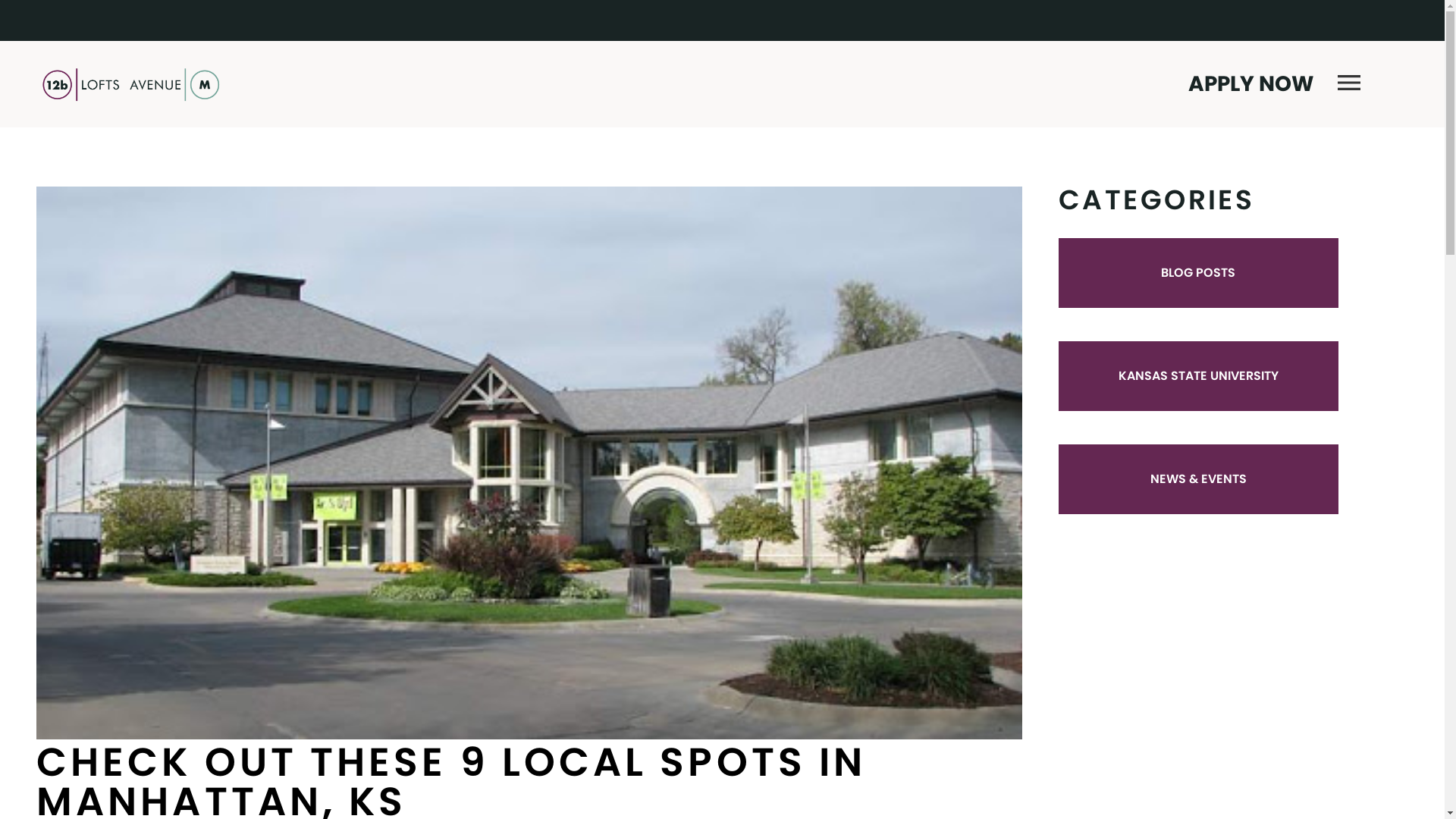 Image resolution: width=1456 pixels, height=819 pixels. What do you see at coordinates (1150, 479) in the screenshot?
I see `'NEWS & EVENTS'` at bounding box center [1150, 479].